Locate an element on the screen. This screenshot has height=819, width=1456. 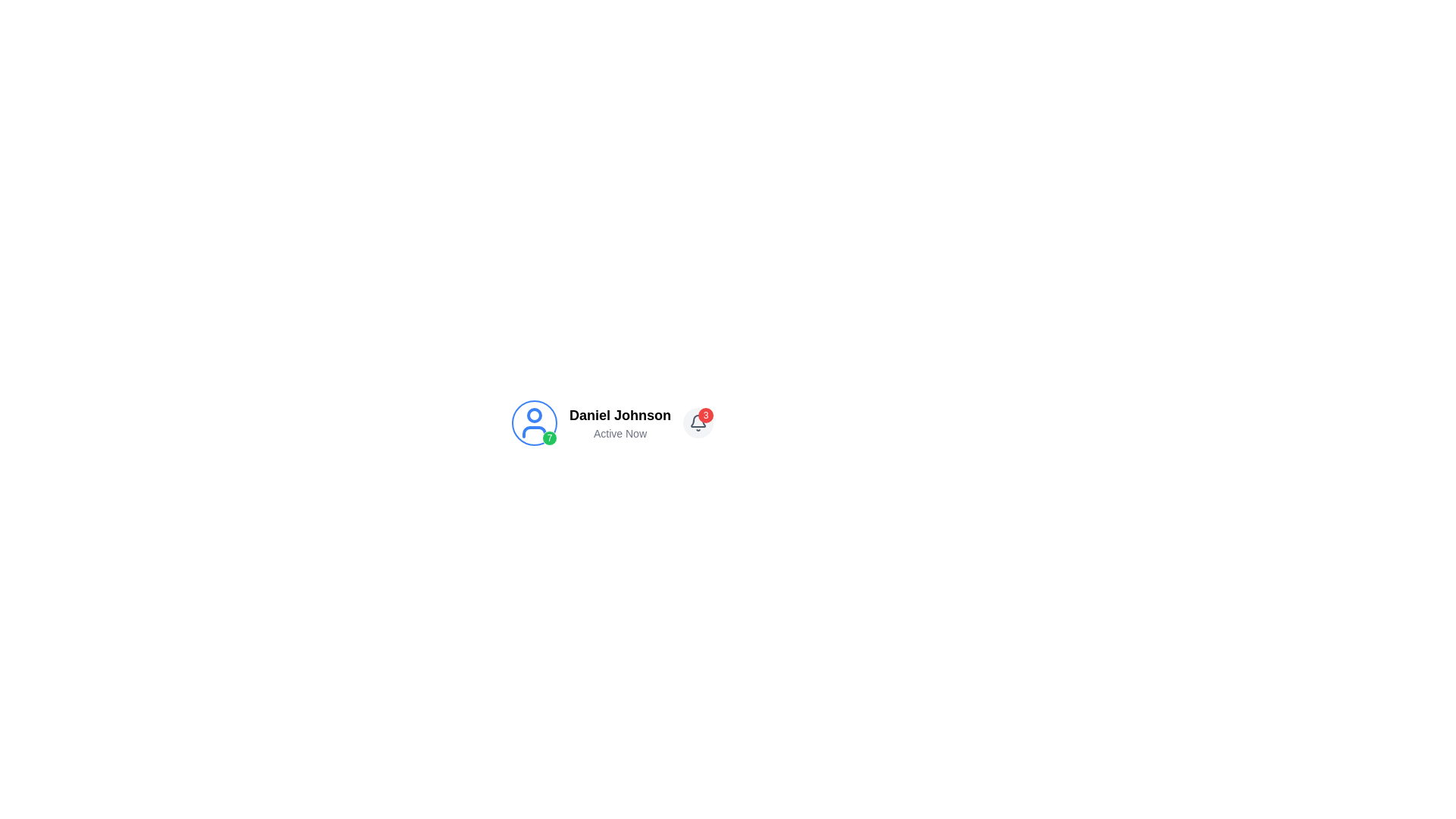
text content of the 'Active Now' label that appears below the user's name 'Daniel Johnson' in gray-colored font is located at coordinates (620, 433).